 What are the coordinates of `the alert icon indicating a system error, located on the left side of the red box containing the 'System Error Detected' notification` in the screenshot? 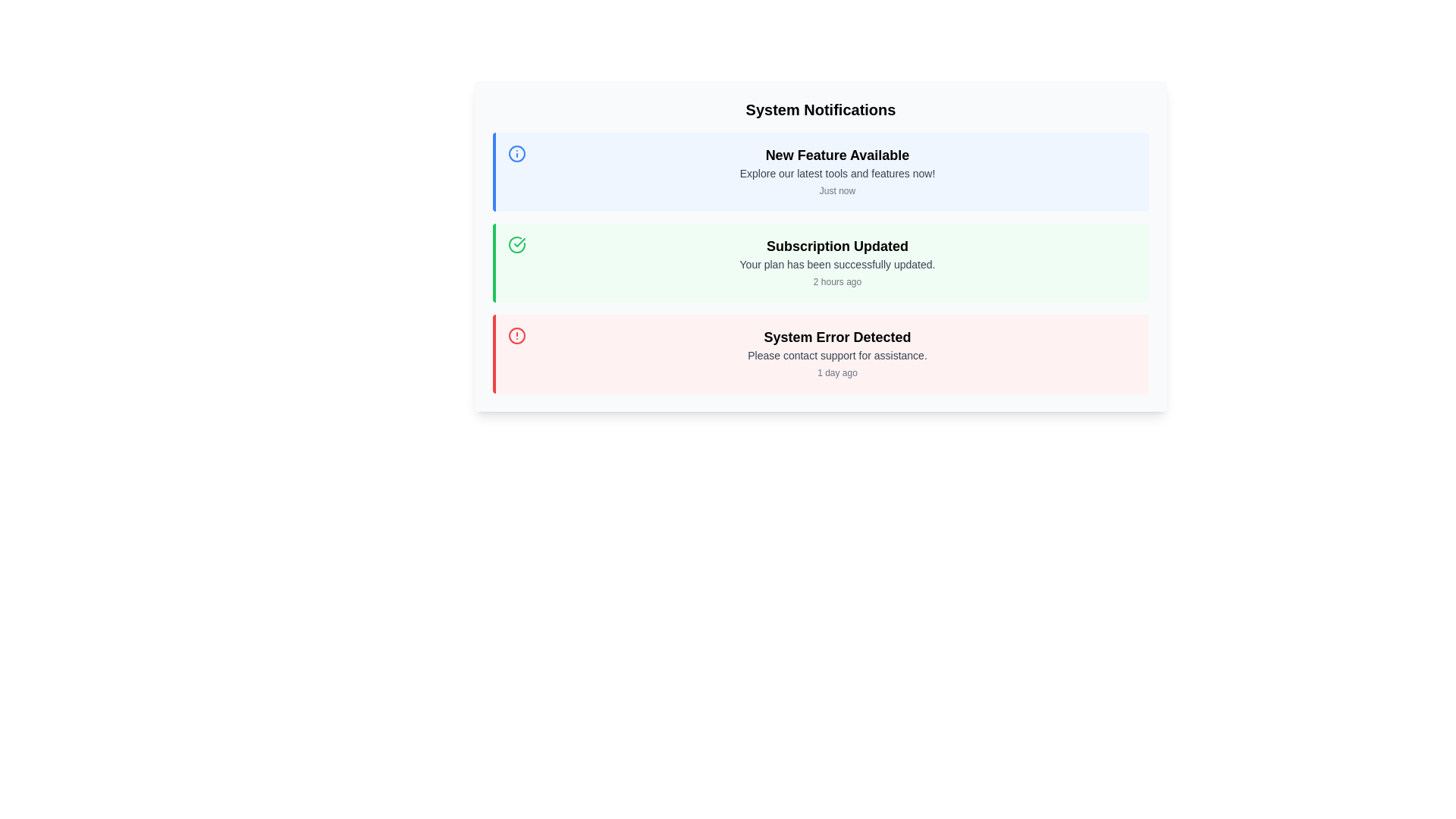 It's located at (516, 353).